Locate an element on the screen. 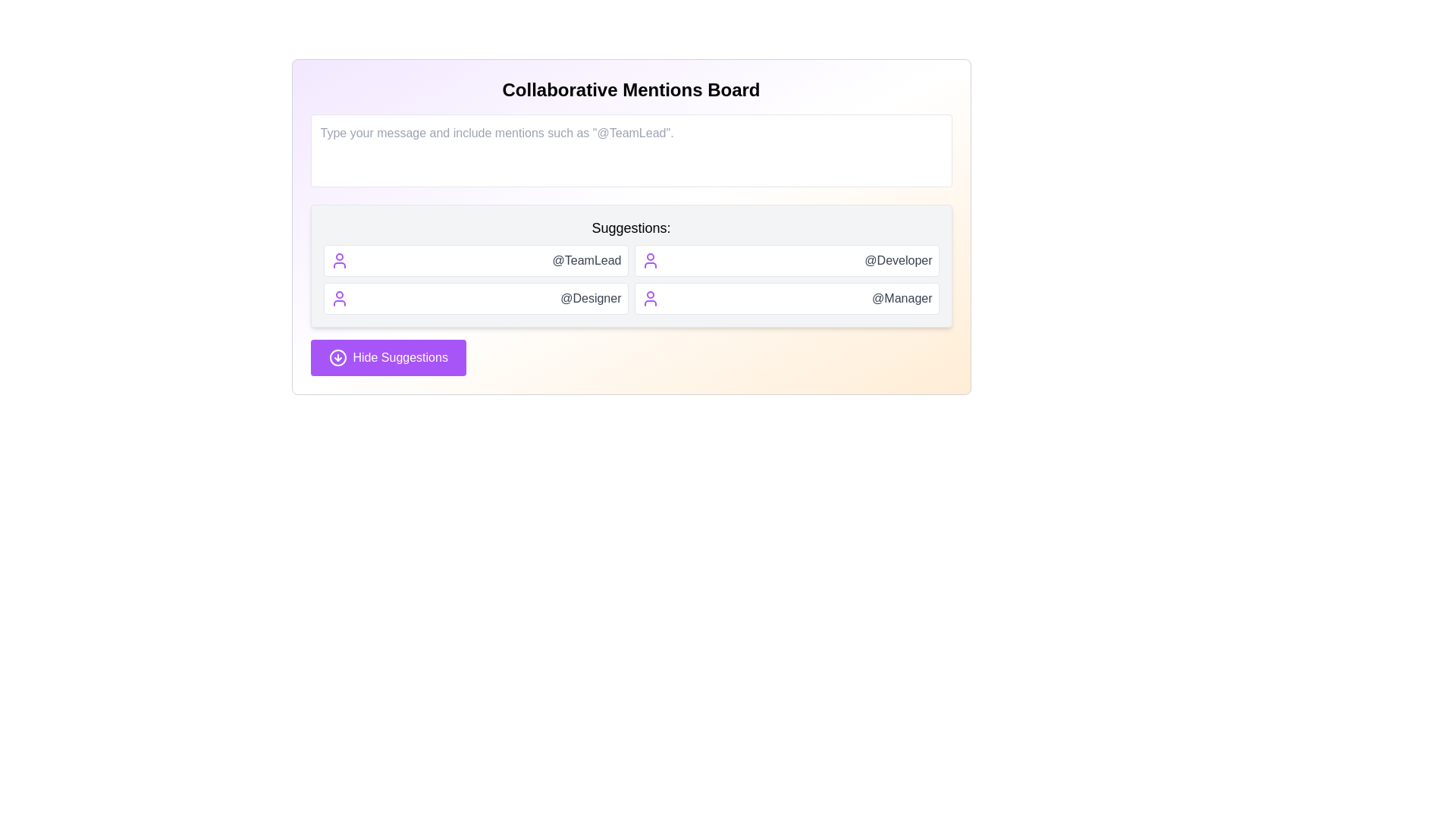 The image size is (1456, 819). the '@Developer' button located in the suggestions section is located at coordinates (786, 259).